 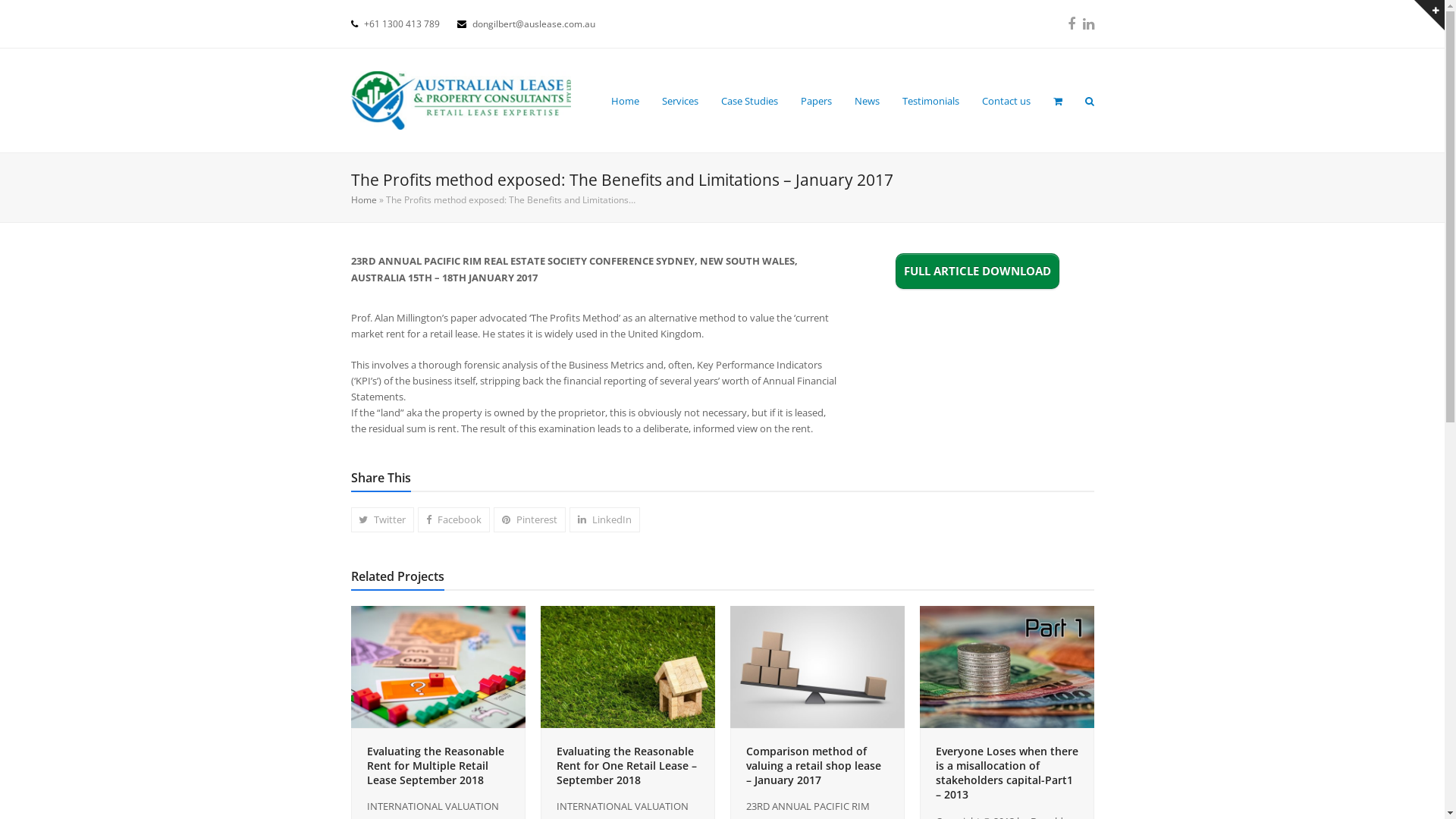 I want to click on 'Contact us', so click(x=1006, y=100).